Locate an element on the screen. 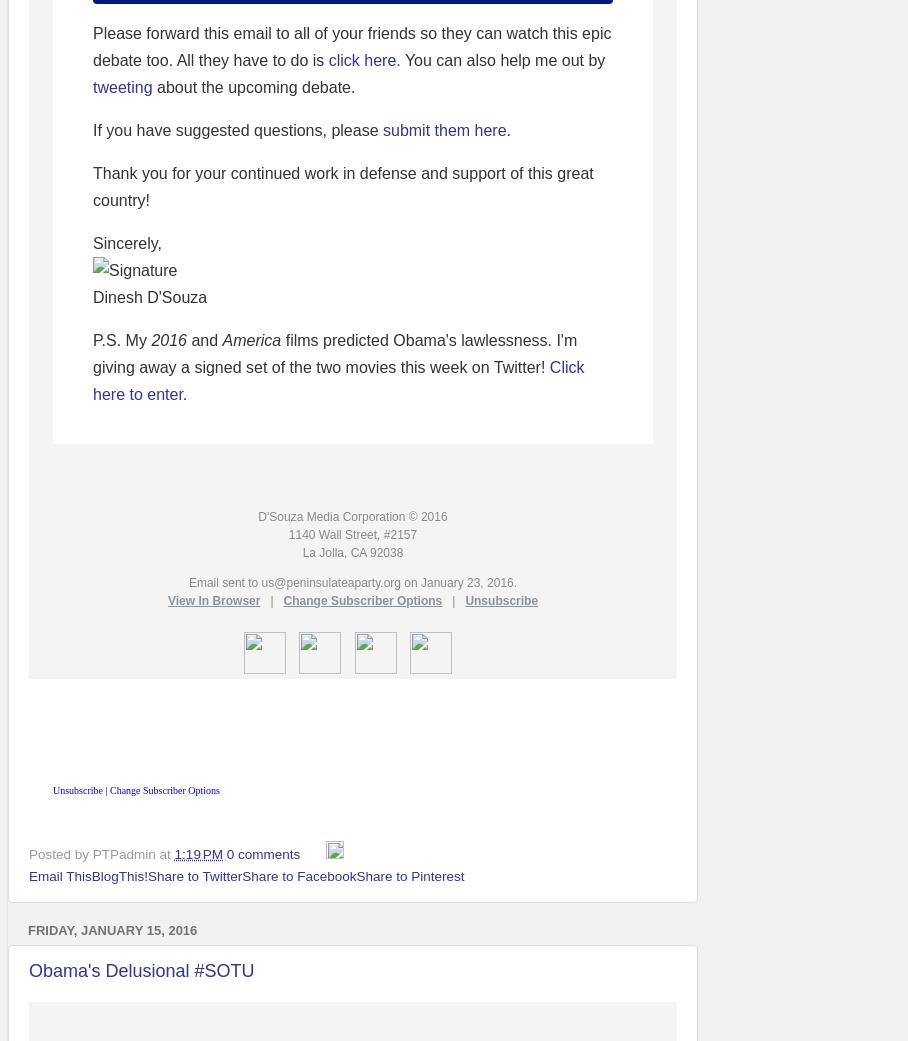 The image size is (908, 1041). 'View In Browser' is located at coordinates (213, 600).